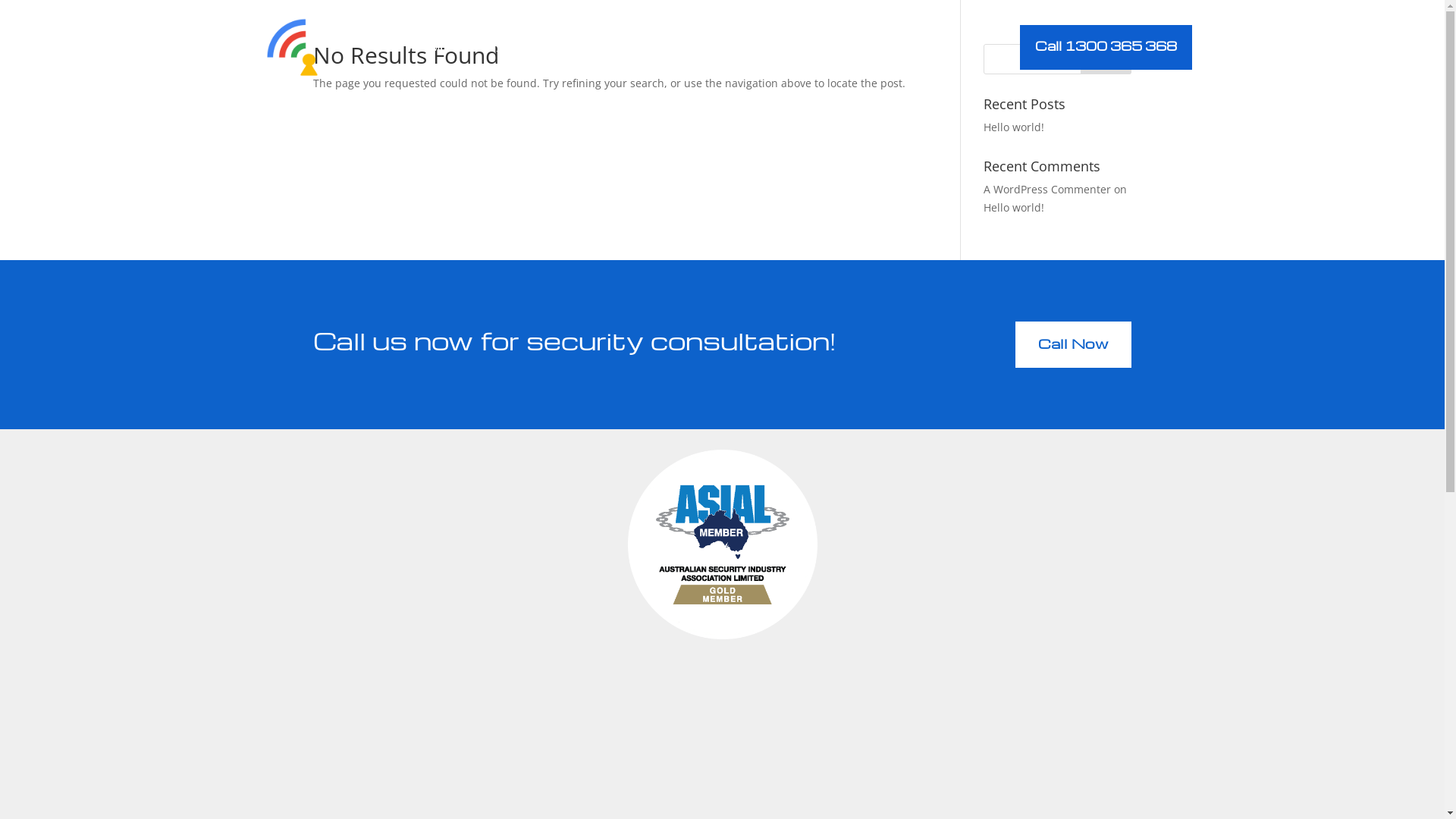 This screenshot has width=1456, height=819. Describe the element at coordinates (1106, 58) in the screenshot. I see `'Search'` at that location.